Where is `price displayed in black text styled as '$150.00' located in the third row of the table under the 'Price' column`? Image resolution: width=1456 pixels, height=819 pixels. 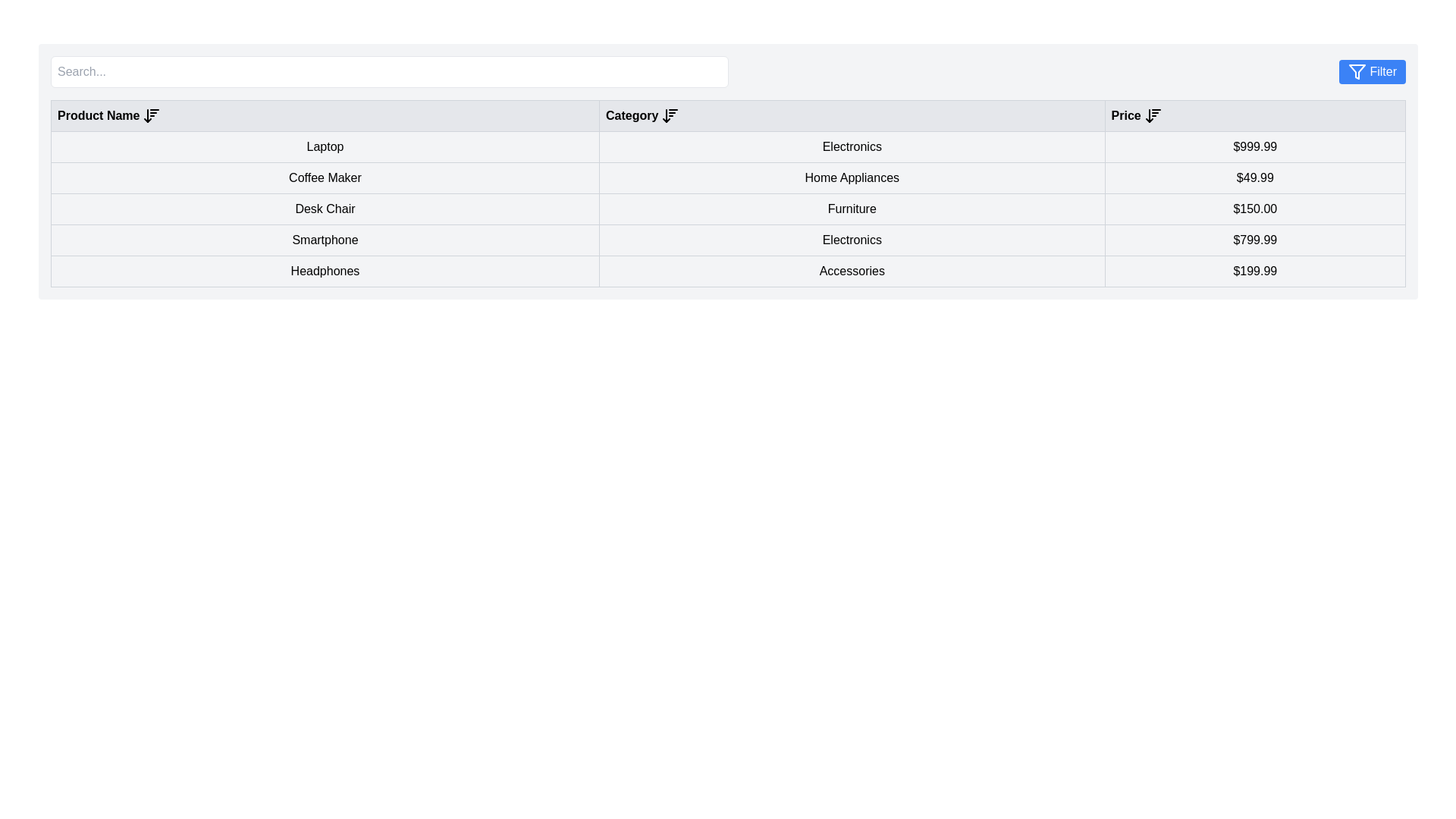
price displayed in black text styled as '$150.00' located in the third row of the table under the 'Price' column is located at coordinates (1255, 209).